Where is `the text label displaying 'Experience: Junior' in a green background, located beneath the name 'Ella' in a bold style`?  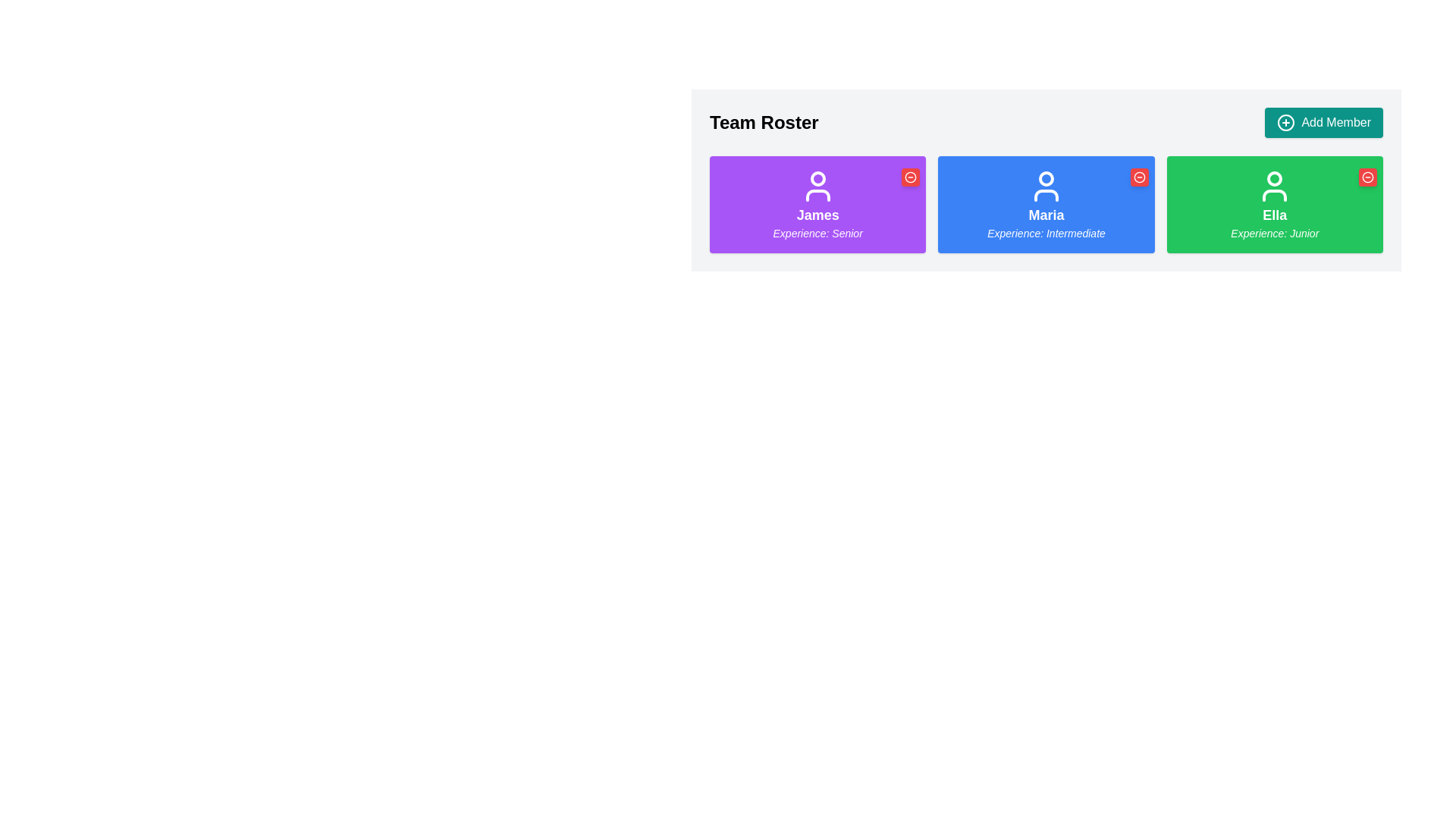
the text label displaying 'Experience: Junior' in a green background, located beneath the name 'Ella' in a bold style is located at coordinates (1274, 234).